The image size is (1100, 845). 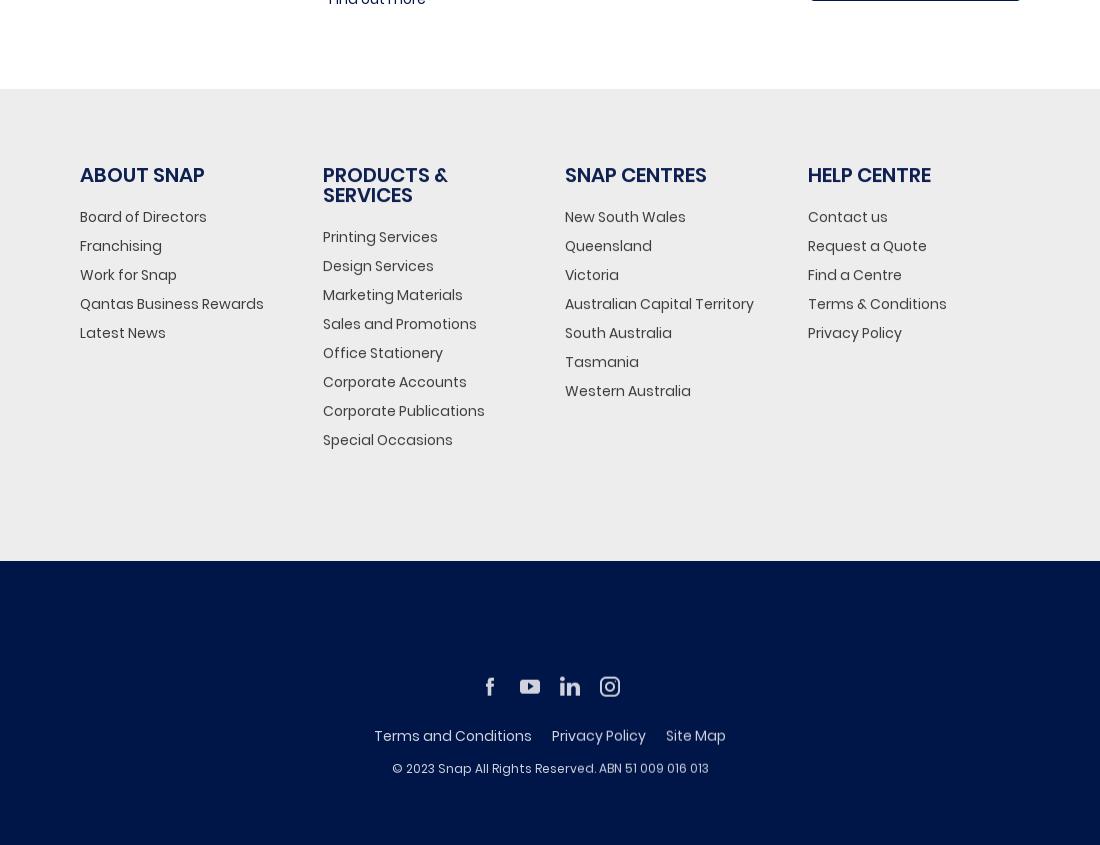 What do you see at coordinates (617, 332) in the screenshot?
I see `'South Australia'` at bounding box center [617, 332].